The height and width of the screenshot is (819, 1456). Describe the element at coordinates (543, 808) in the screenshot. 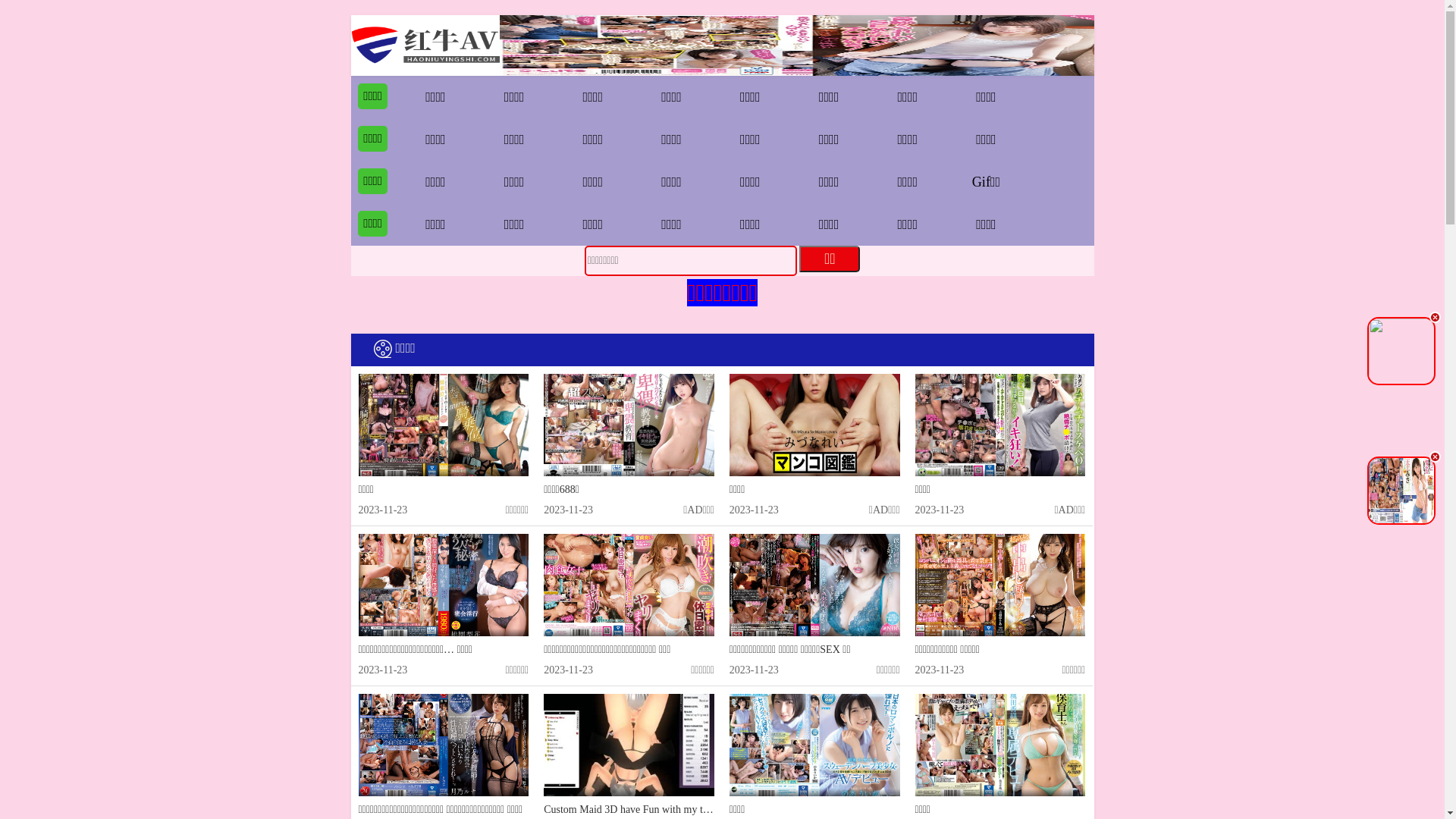

I see `'Custom Maid 3D have Fun with my two Awesome Maid'` at that location.